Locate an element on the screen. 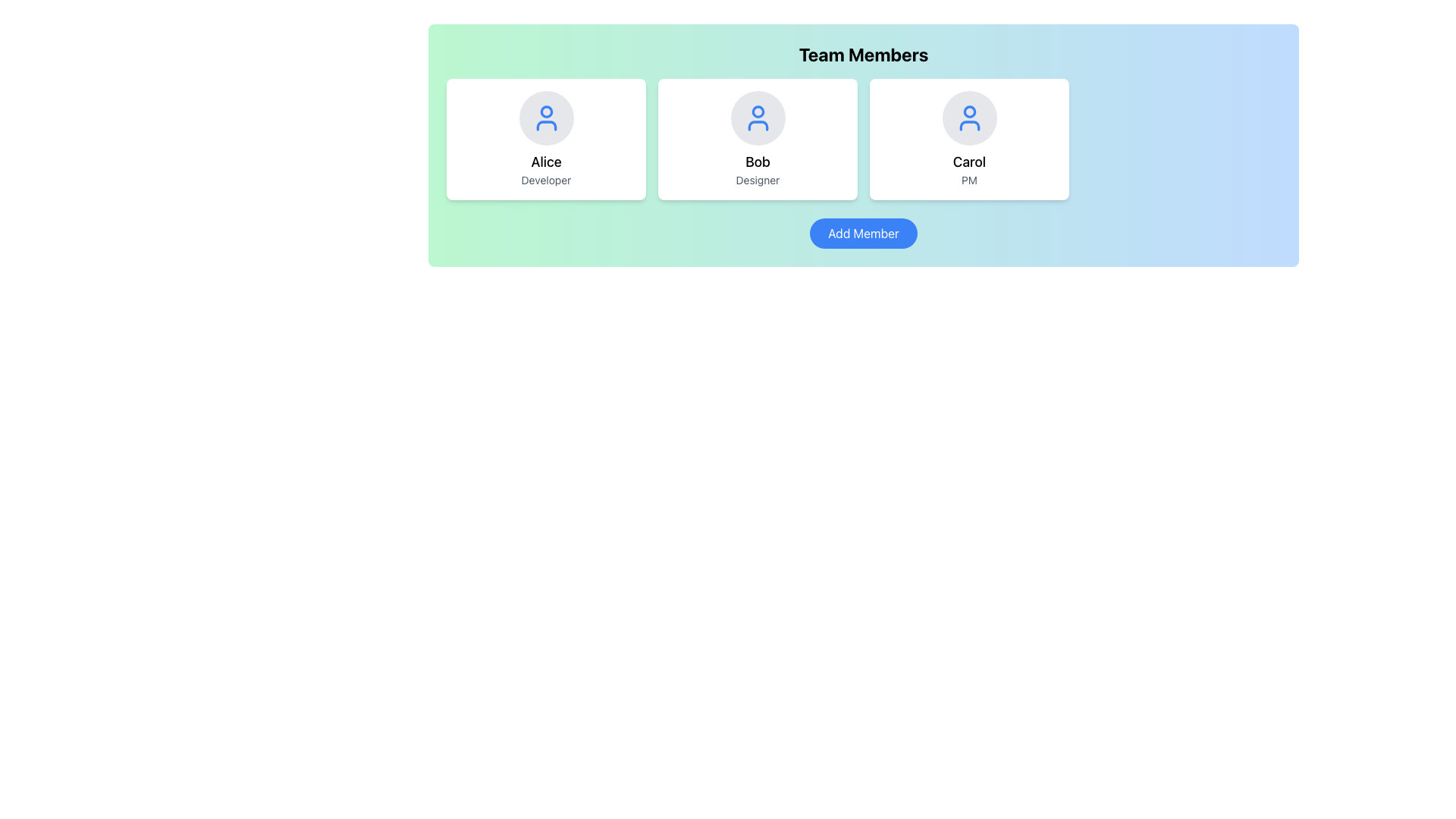 The image size is (1456, 819). text content of the 'Developer' text label, which is styled in gray and located below the name 'Alice' within a card component is located at coordinates (546, 180).